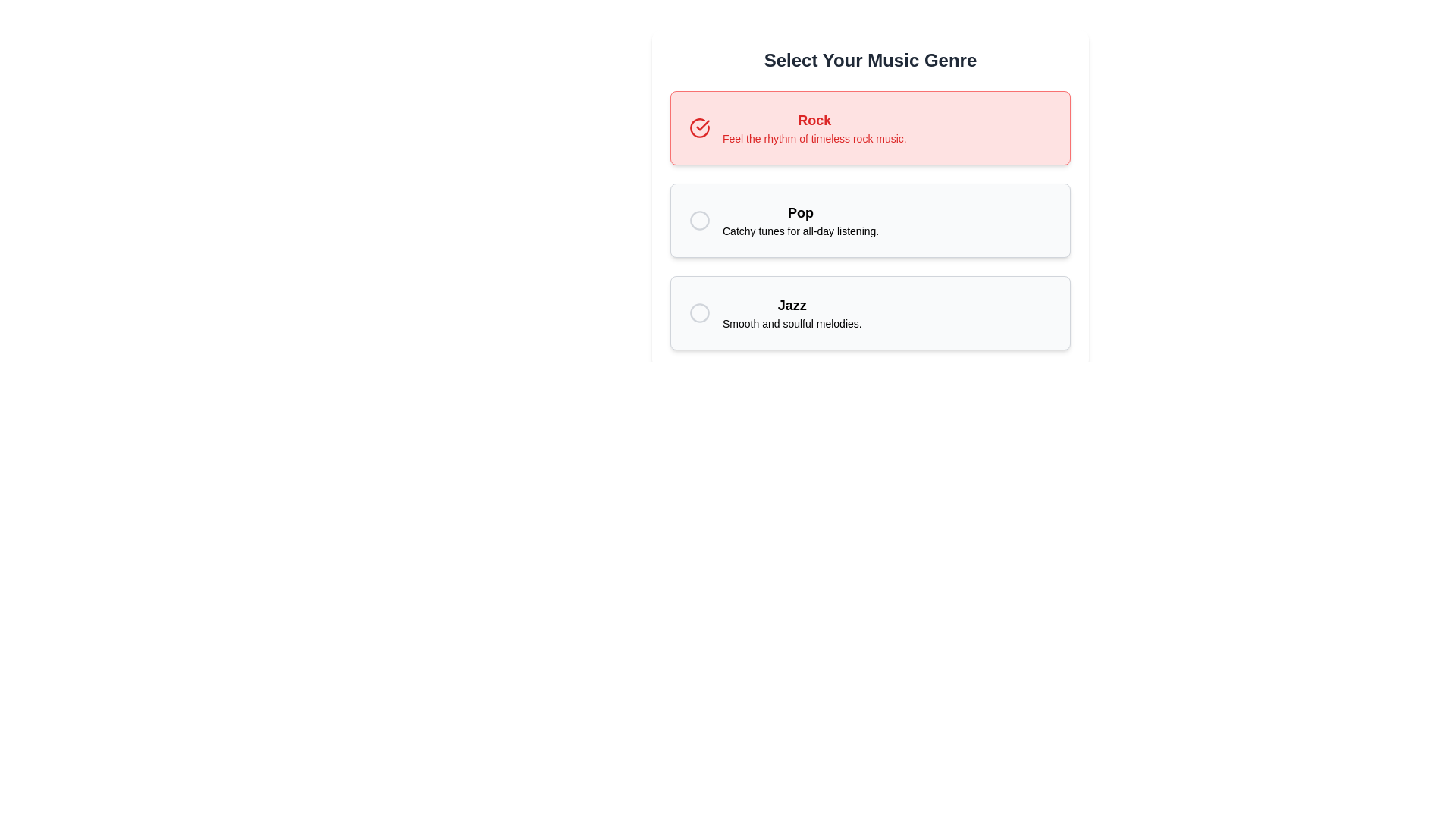 Image resolution: width=1456 pixels, height=819 pixels. I want to click on the bold black text label 'Pop', so click(800, 213).